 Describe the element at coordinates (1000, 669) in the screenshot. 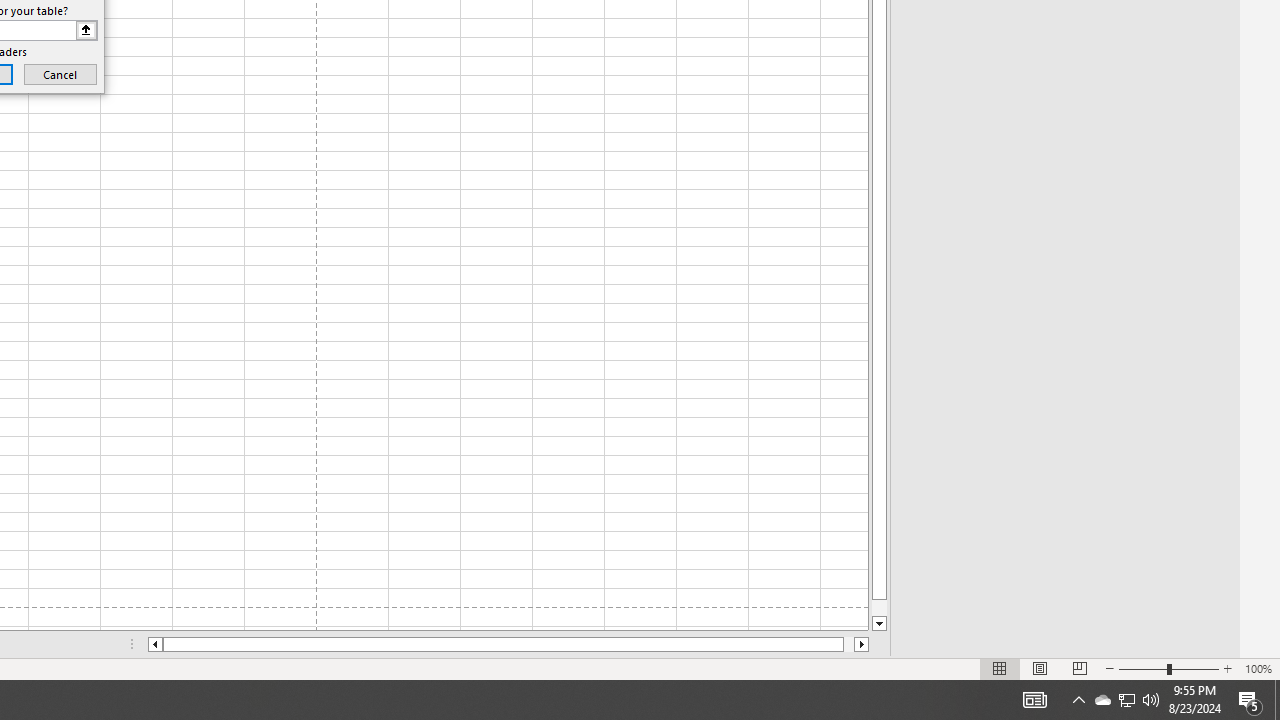

I see `'Normal'` at that location.